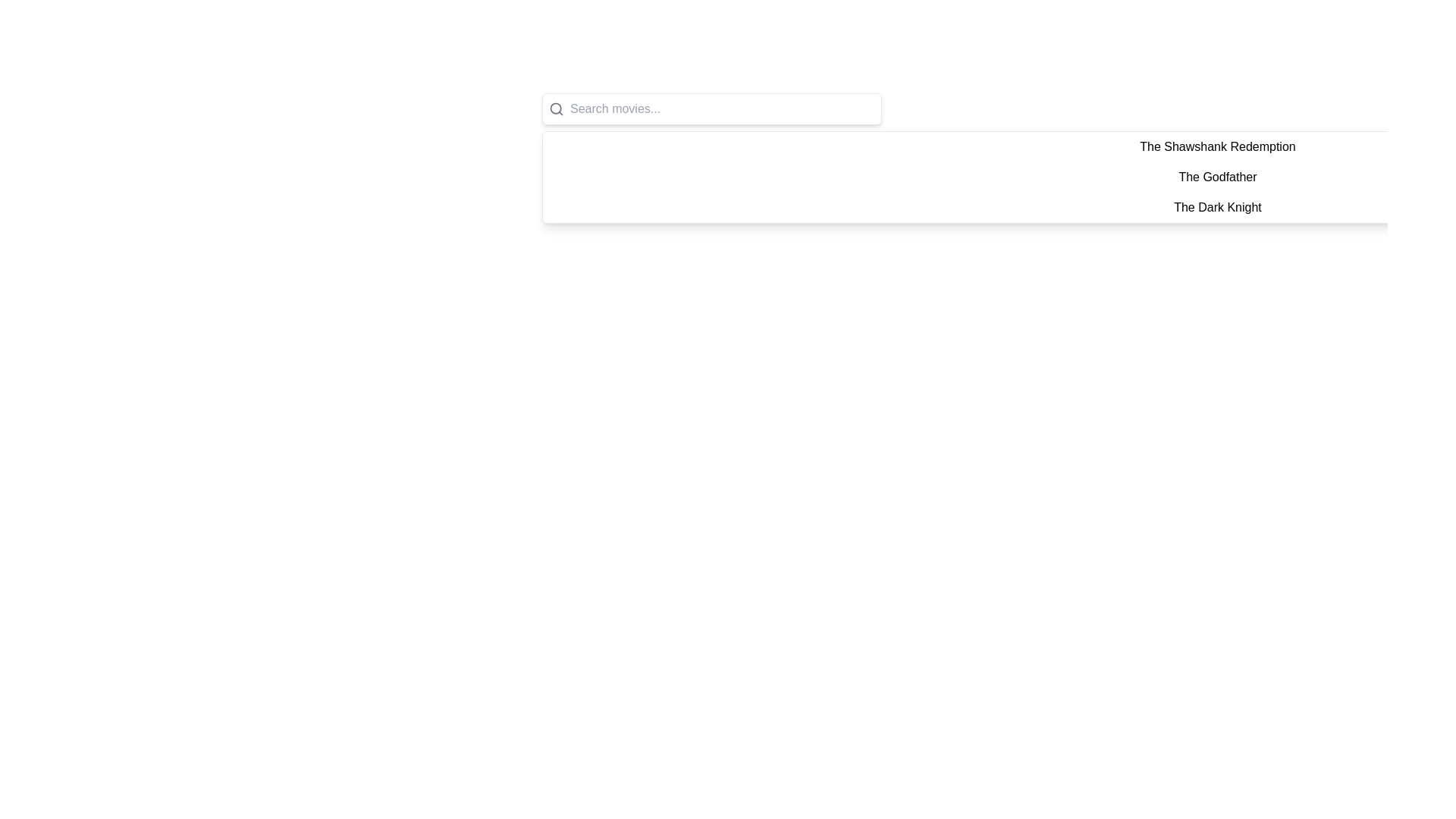  What do you see at coordinates (555, 108) in the screenshot?
I see `the circular part of the magnifying glass icon representing the search function, located near the top-left corner of the search bar interface` at bounding box center [555, 108].